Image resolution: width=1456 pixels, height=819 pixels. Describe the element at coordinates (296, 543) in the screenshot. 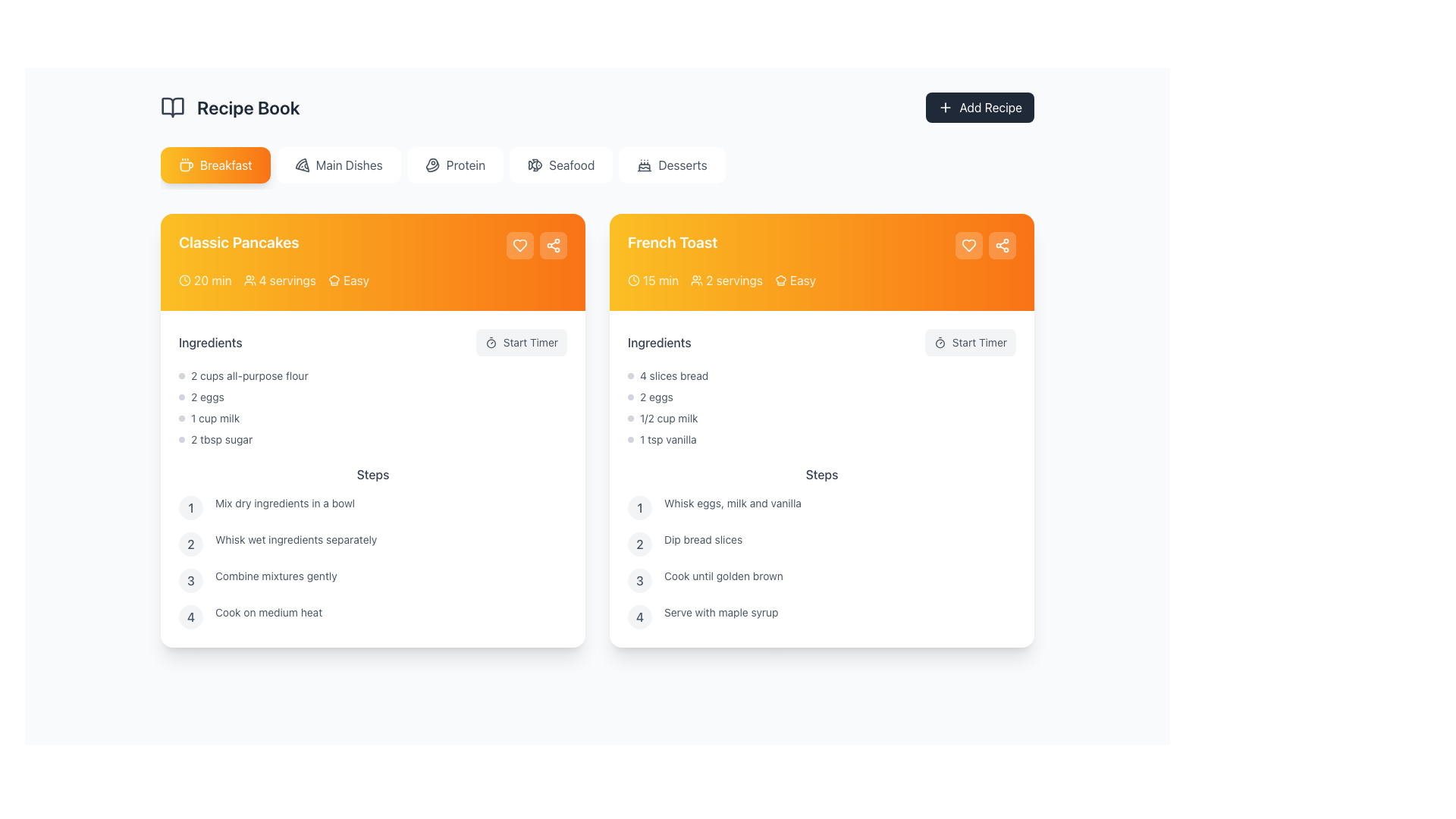

I see `text block displaying the instruction 'Whisk wet ingredients separately', which is the second item in the step-by-step instruction list under the 'Classic Pancakes' recipe` at that location.